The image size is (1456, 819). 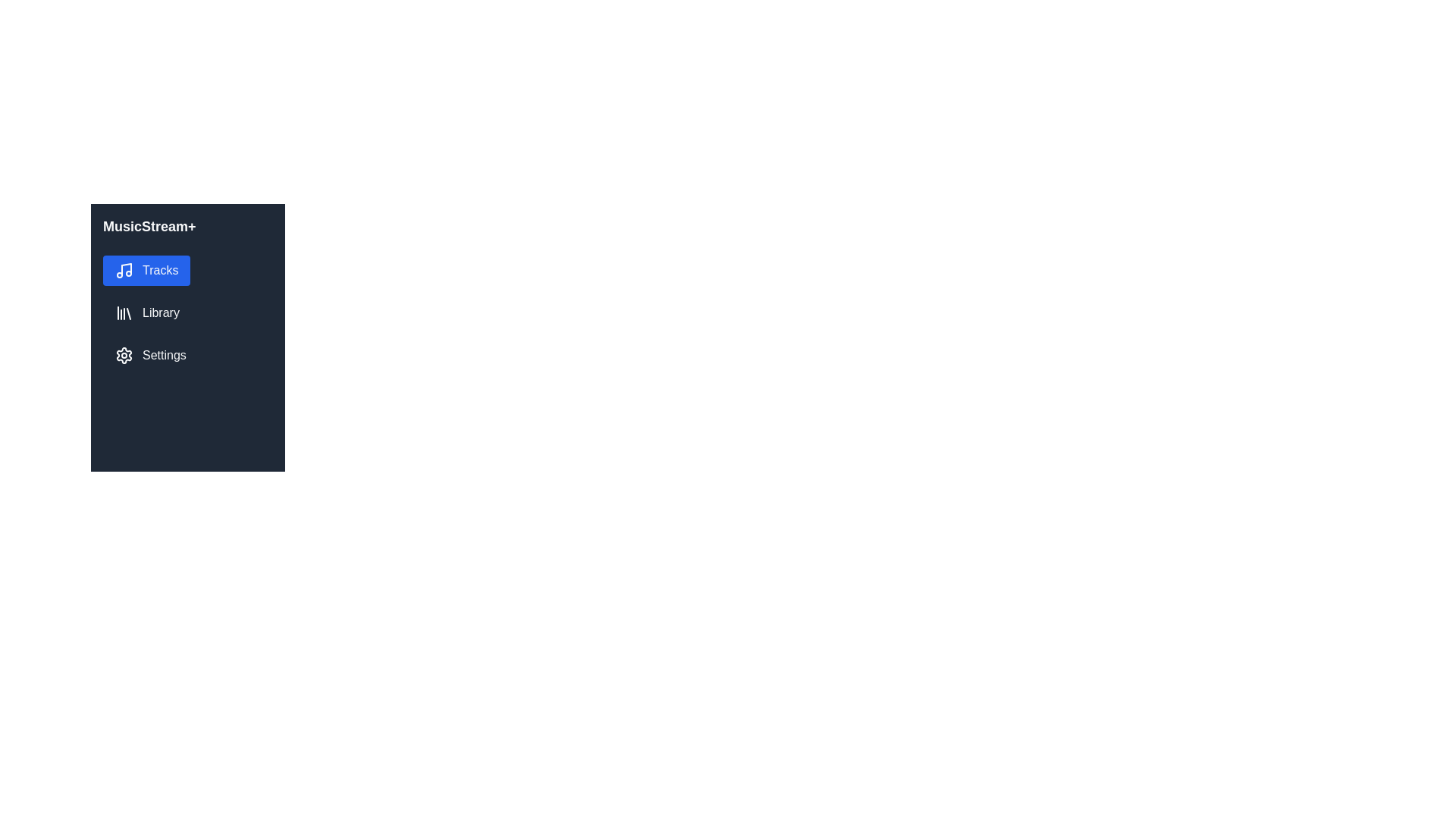 I want to click on the vertical bar icon representing a library, which is styled with a white stroke on a dark background and located to the left of the 'Library' label in the left sidebar menu, so click(x=124, y=312).